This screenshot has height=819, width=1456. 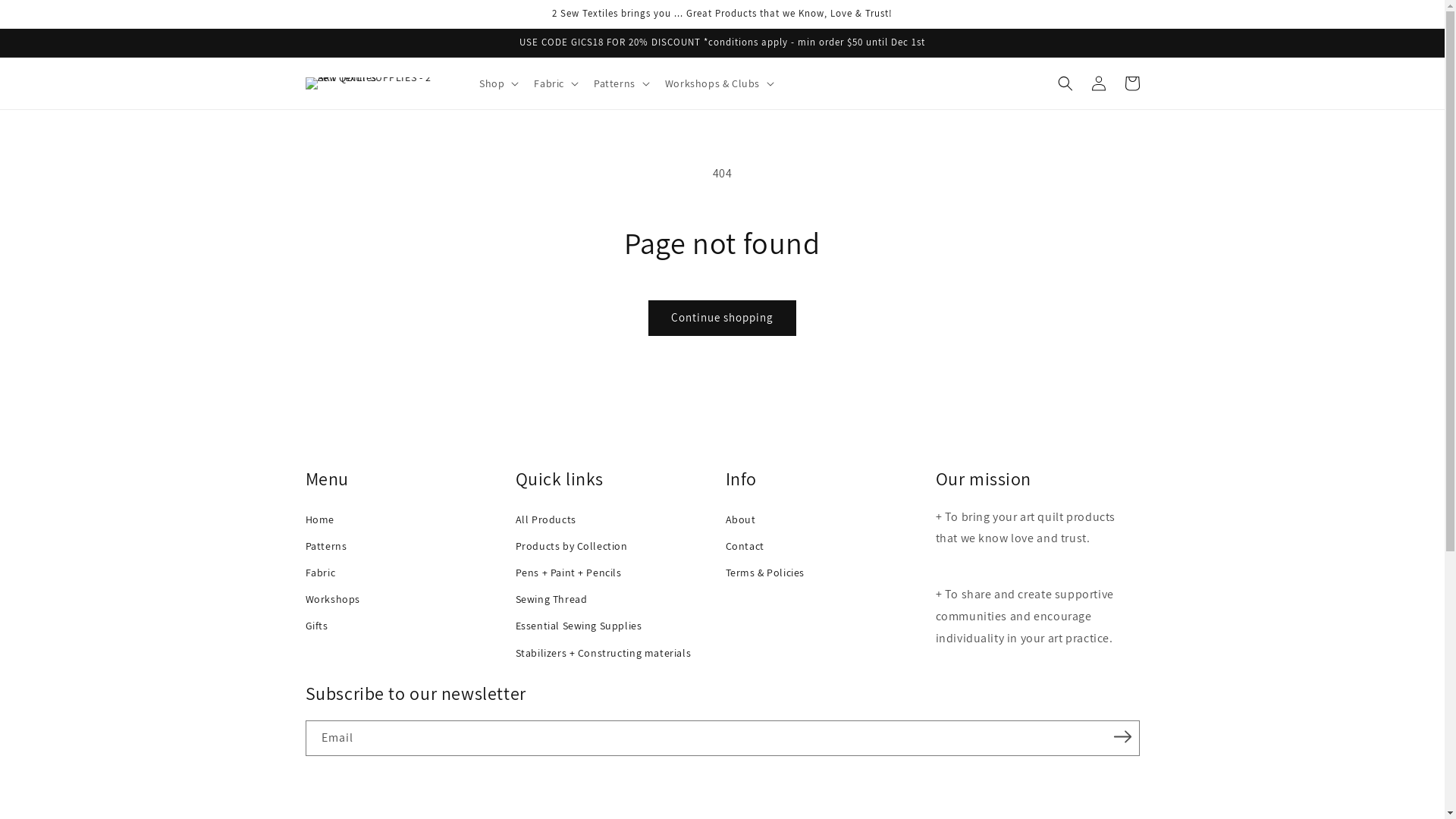 I want to click on 'Terms & Policies', so click(x=826, y=573).